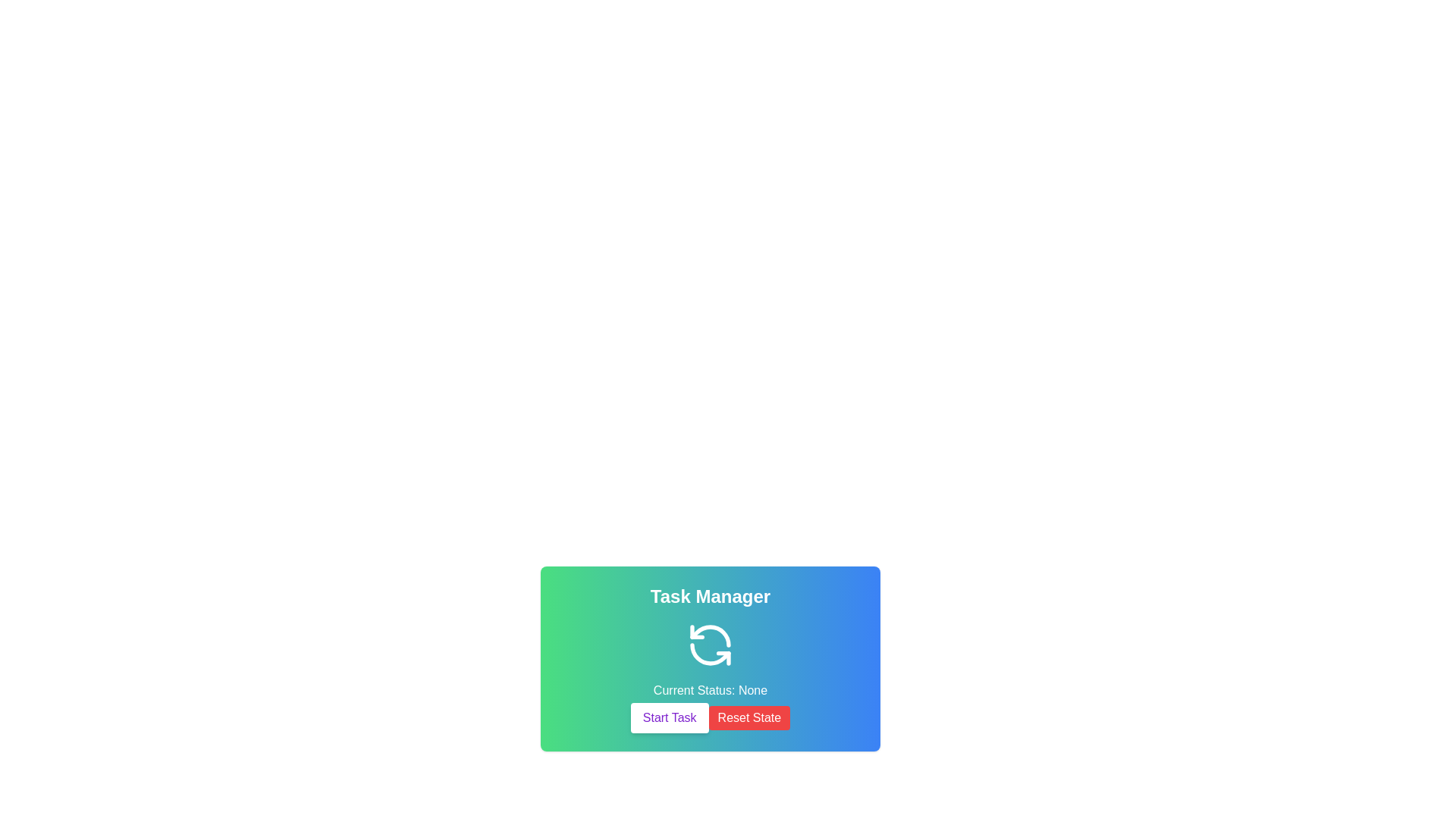  Describe the element at coordinates (709, 636) in the screenshot. I see `the topmost curved segment of the SVG-based circular icon, which is rendered in a white stroke on a multicolored background, located in the center of the interface's bottom section, above the 'Start Task' and 'Reset State' buttons` at that location.